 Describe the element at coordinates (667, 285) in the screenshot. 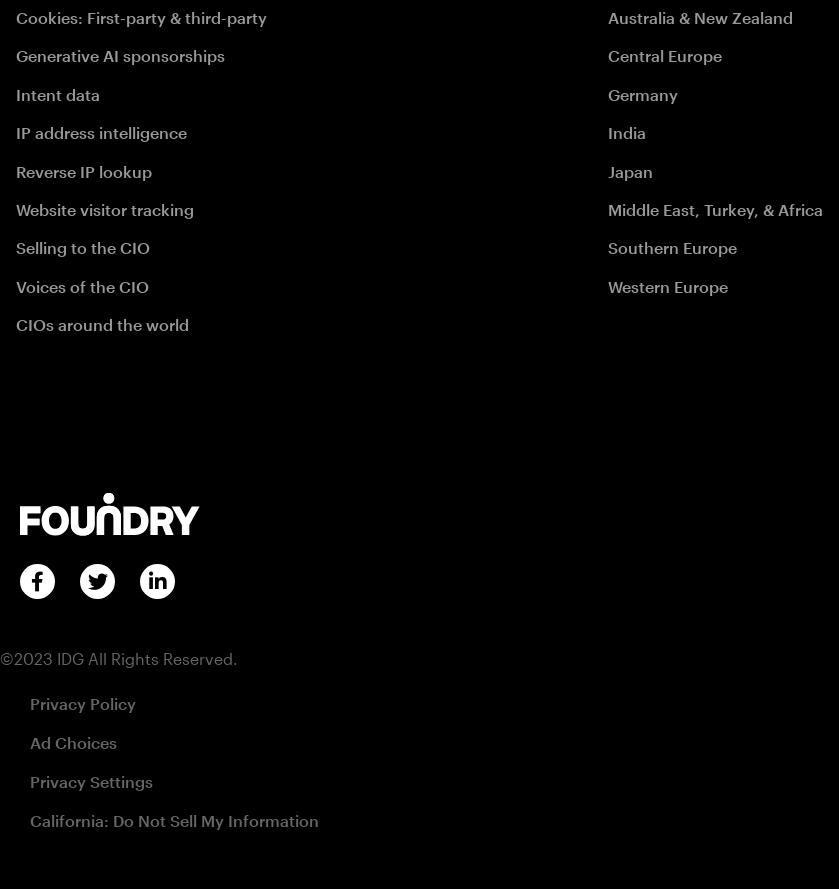

I see `'Western Europe'` at that location.